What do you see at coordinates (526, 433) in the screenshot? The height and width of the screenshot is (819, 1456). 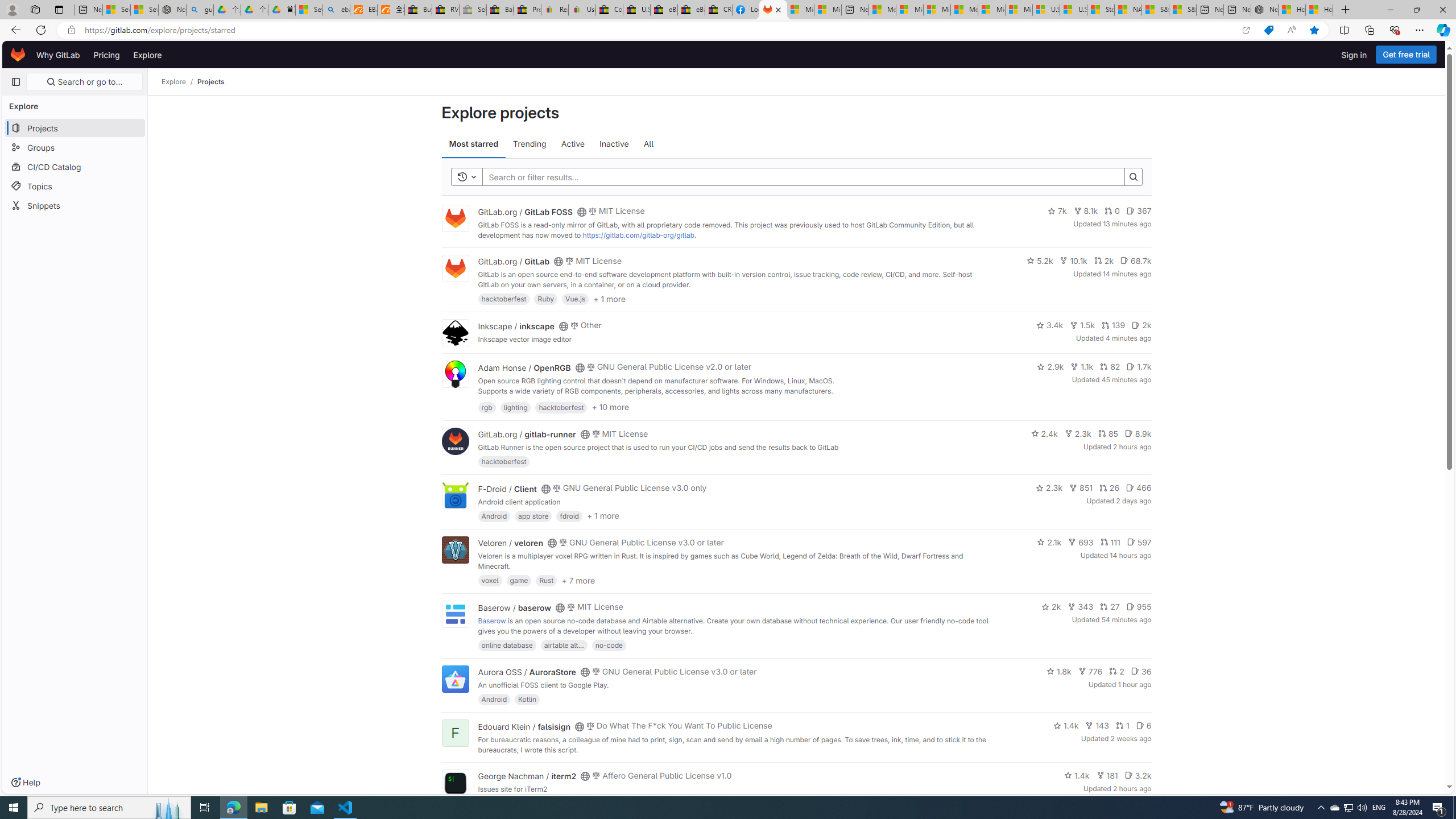 I see `'GitLab.org / gitlab-runner'` at bounding box center [526, 433].